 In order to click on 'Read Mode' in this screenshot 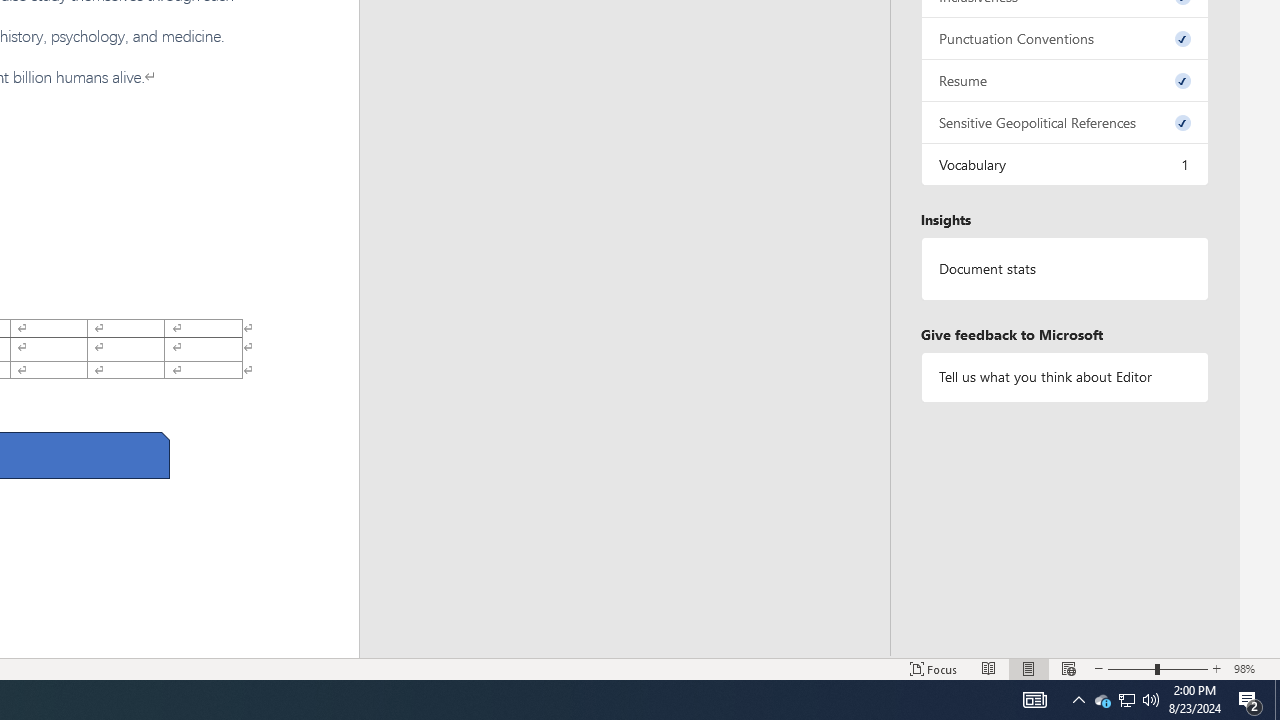, I will do `click(988, 669)`.